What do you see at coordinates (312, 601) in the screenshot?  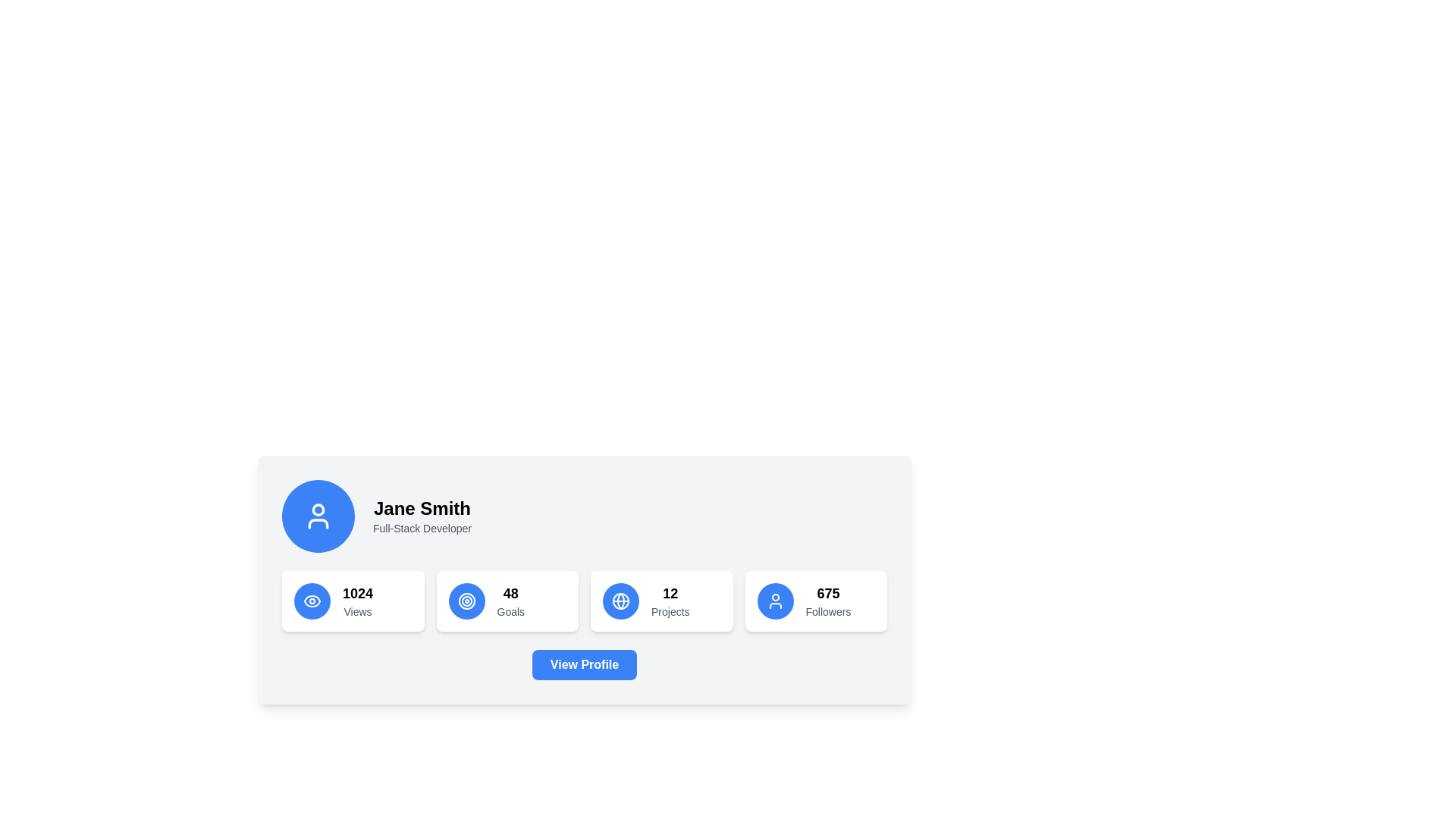 I see `the circular button with a blue background and a white eye icon, located in the first position within the 'Views' section, to the left of the numerical text '1024 Views'` at bounding box center [312, 601].